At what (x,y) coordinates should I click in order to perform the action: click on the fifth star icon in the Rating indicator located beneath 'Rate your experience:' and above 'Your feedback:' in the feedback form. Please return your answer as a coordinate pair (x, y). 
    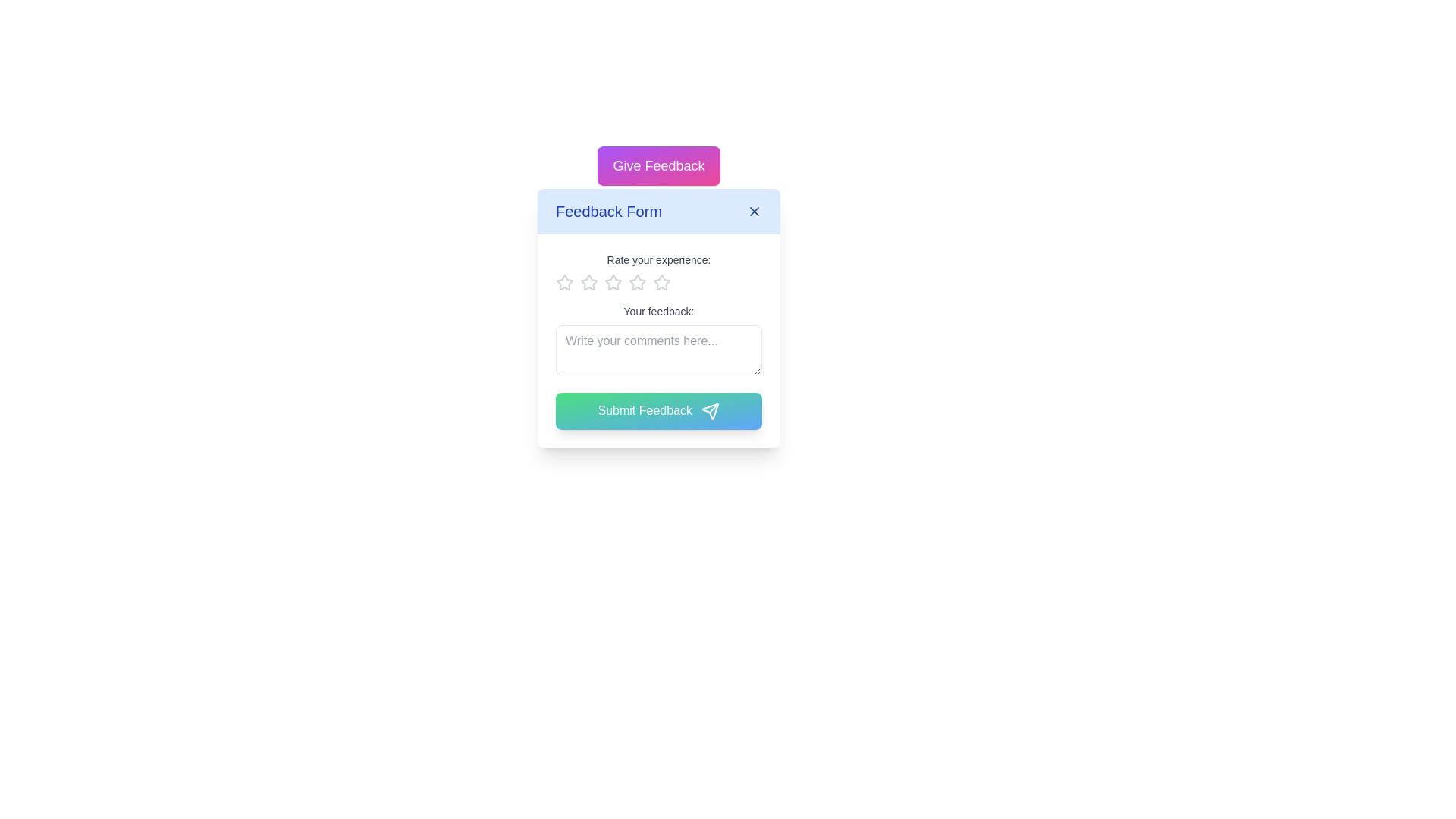
    Looking at the image, I should click on (658, 283).